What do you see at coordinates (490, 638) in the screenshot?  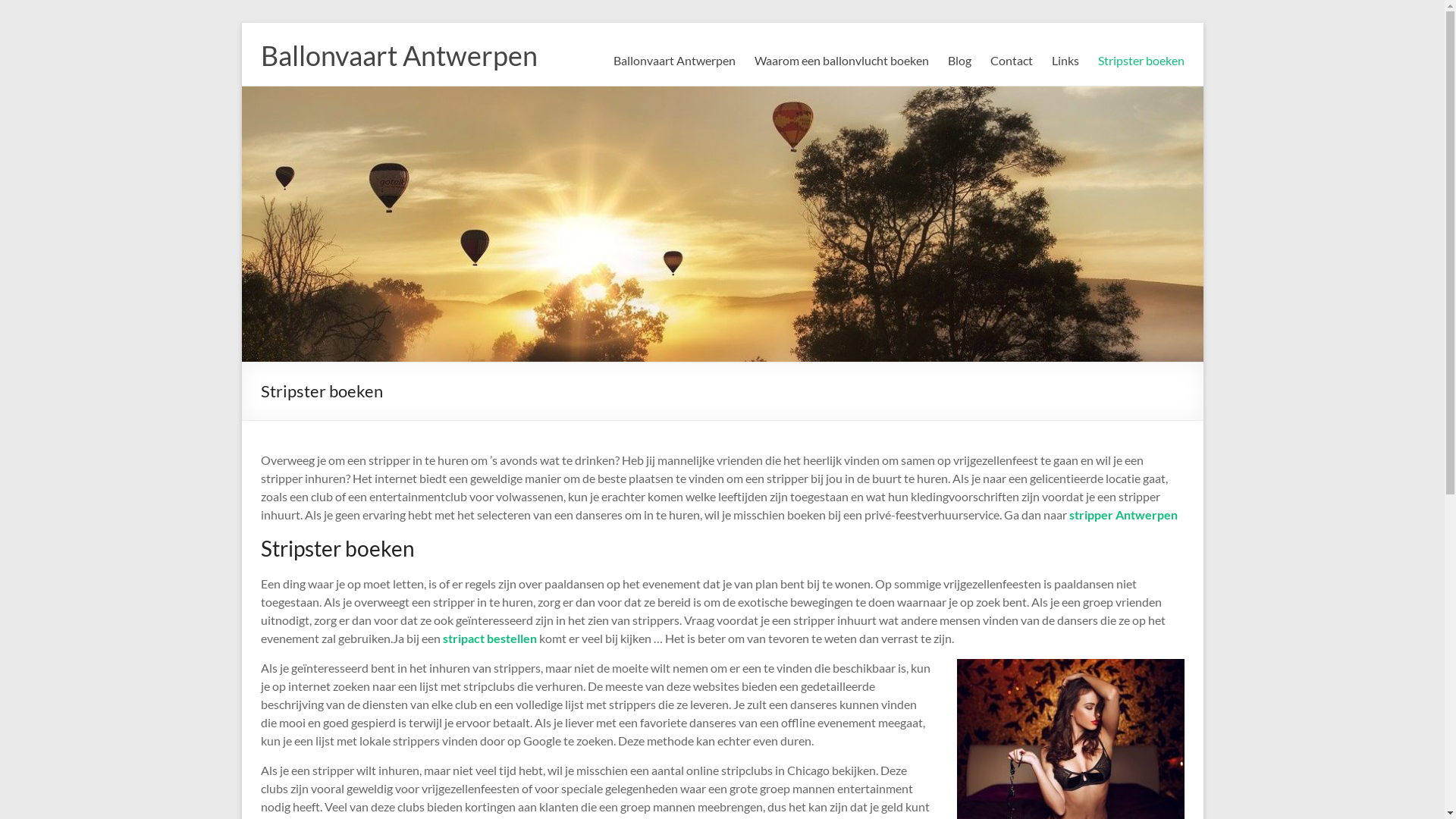 I see `'stripact bestellen'` at bounding box center [490, 638].